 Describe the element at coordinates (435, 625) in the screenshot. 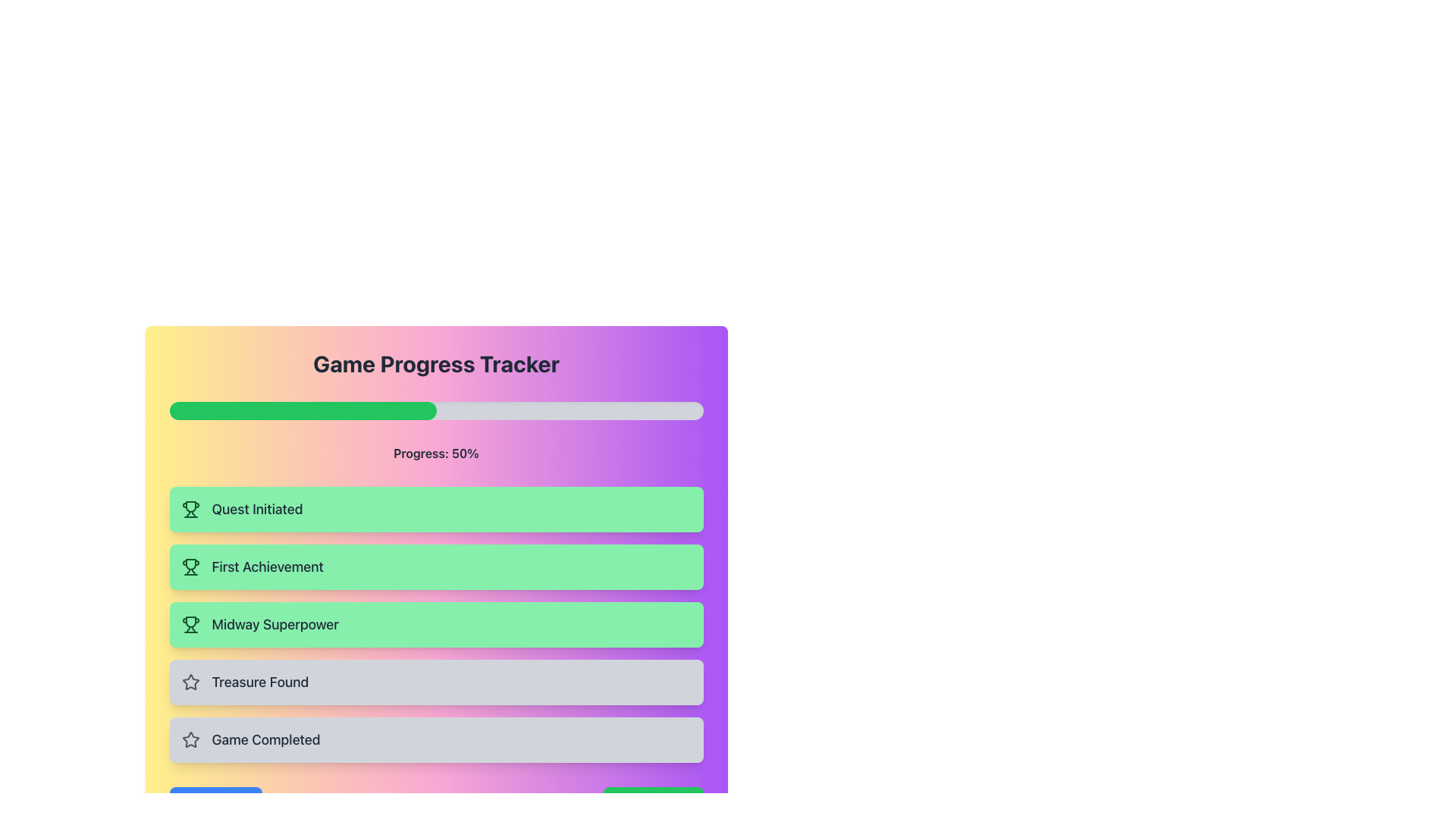

I see `the milestone list item named 'Midway Superpower' in the 'Game Progress Tracker' section, which is the third item in the vertical list of progress indicators` at that location.